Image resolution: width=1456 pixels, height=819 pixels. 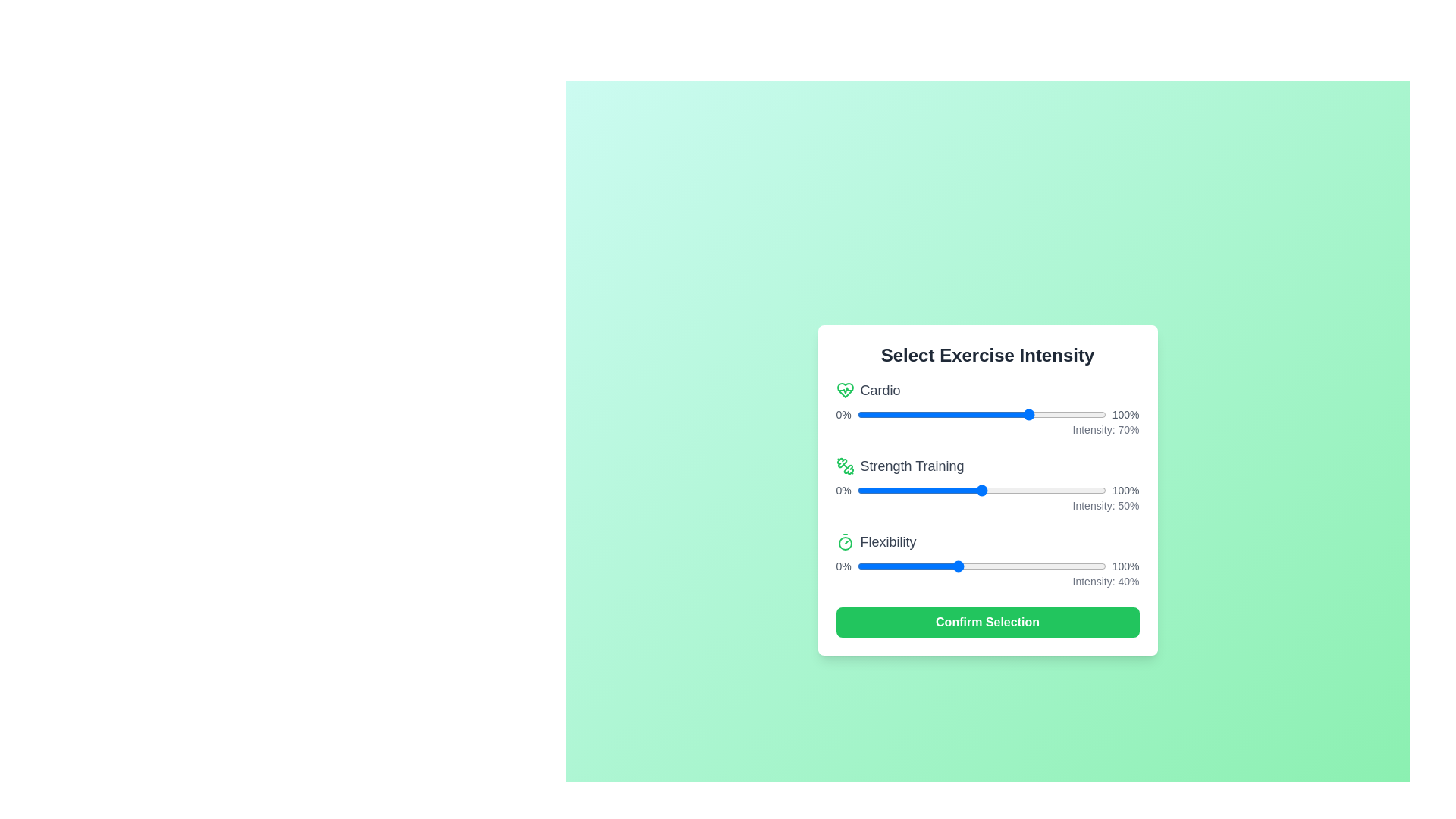 What do you see at coordinates (1046, 491) in the screenshot?
I see `the 1 slider to 53%` at bounding box center [1046, 491].